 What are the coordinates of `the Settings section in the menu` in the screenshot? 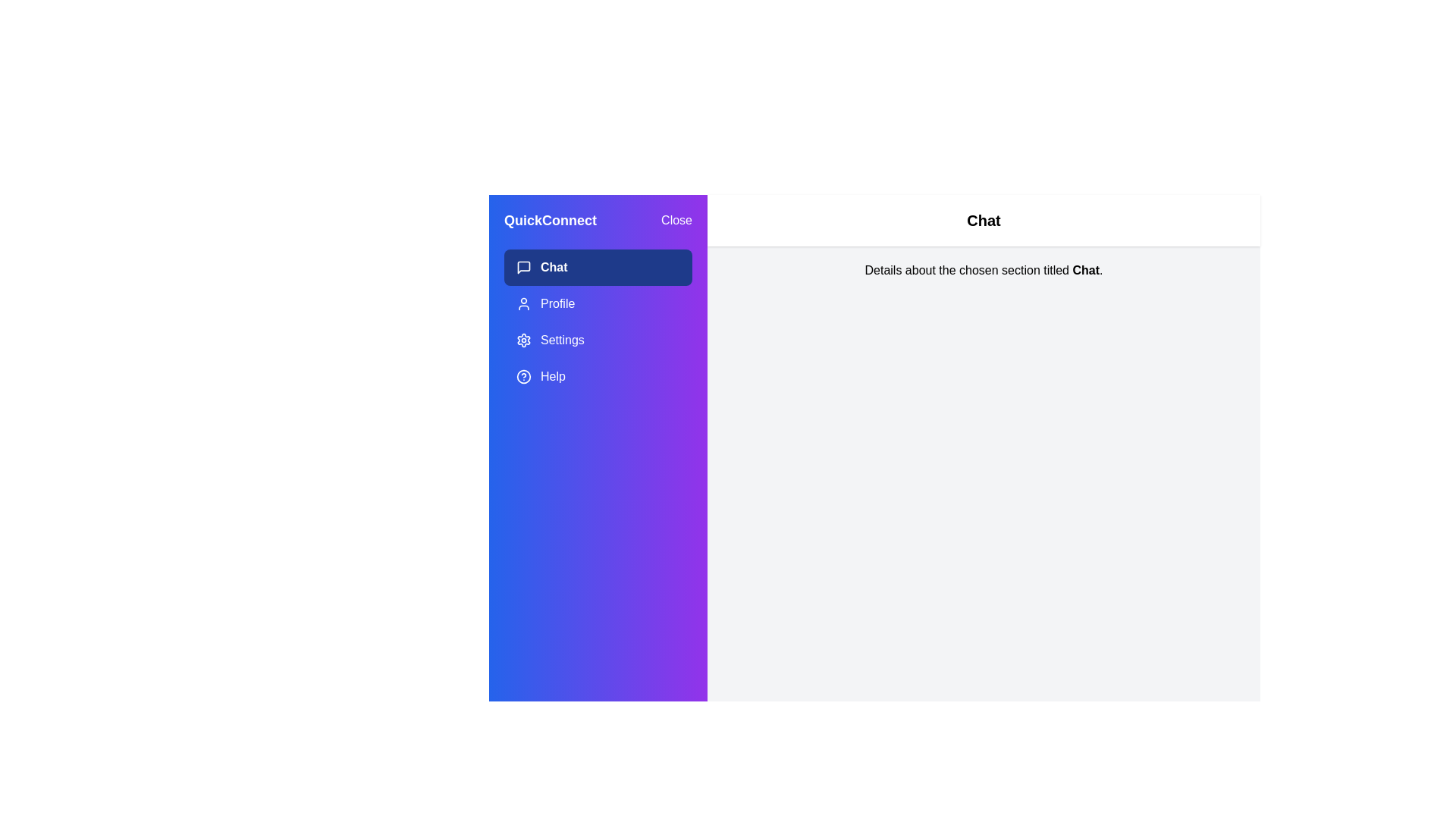 It's located at (597, 339).